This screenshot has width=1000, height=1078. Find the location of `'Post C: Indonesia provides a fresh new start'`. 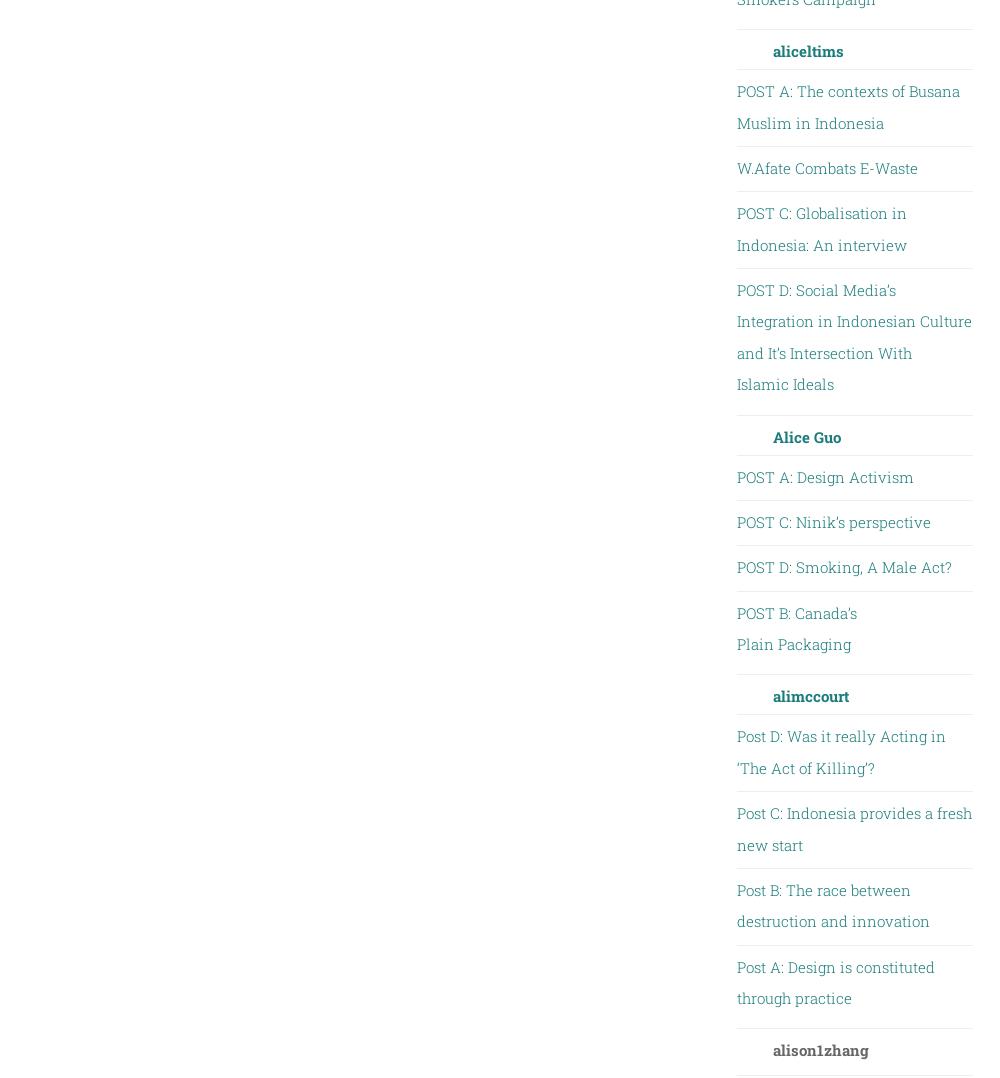

'Post C: Indonesia provides a fresh new start' is located at coordinates (852, 828).